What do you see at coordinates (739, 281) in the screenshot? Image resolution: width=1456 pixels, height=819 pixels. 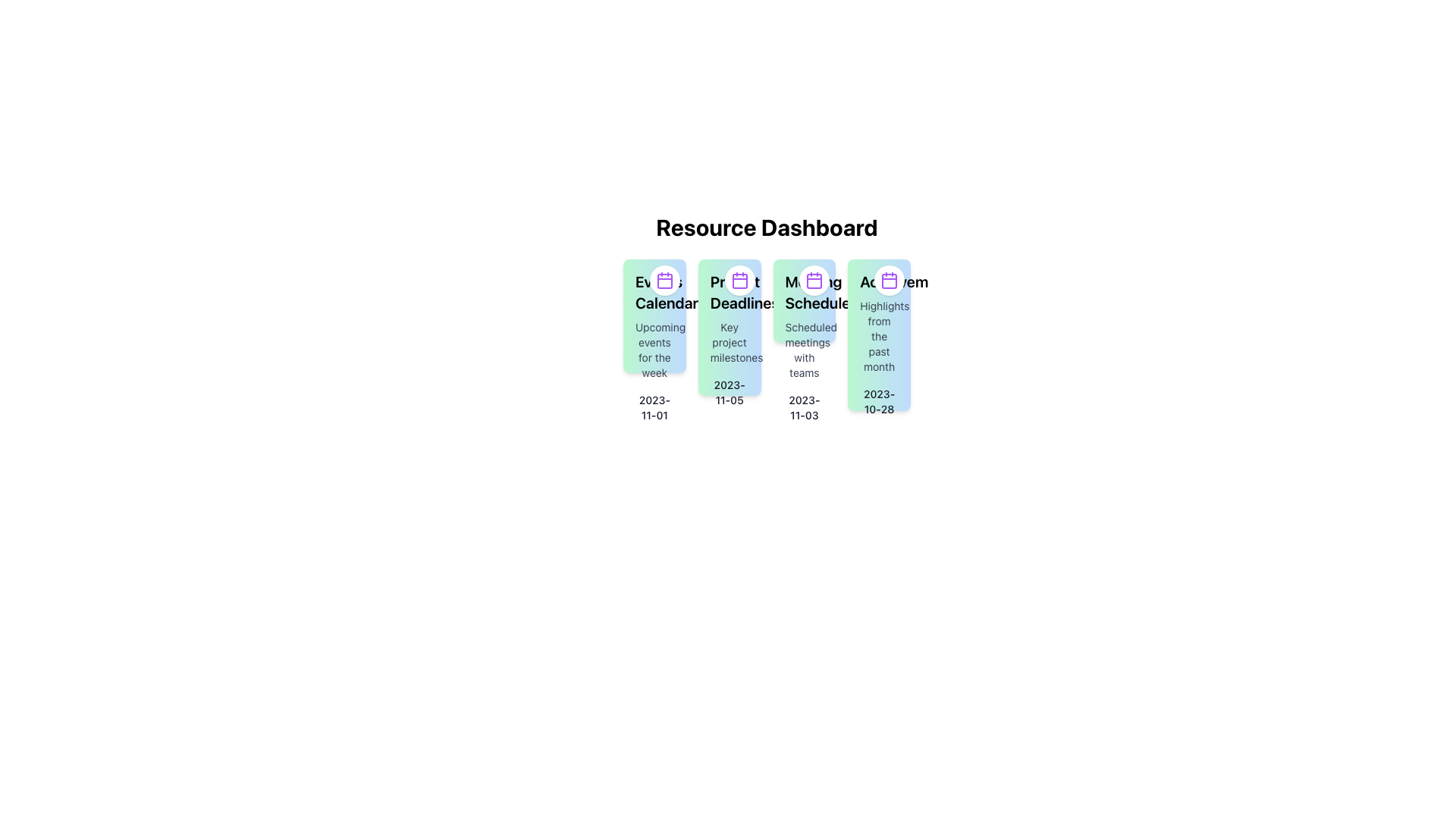 I see `the calendar icon in the 'Project Deadline' card` at bounding box center [739, 281].